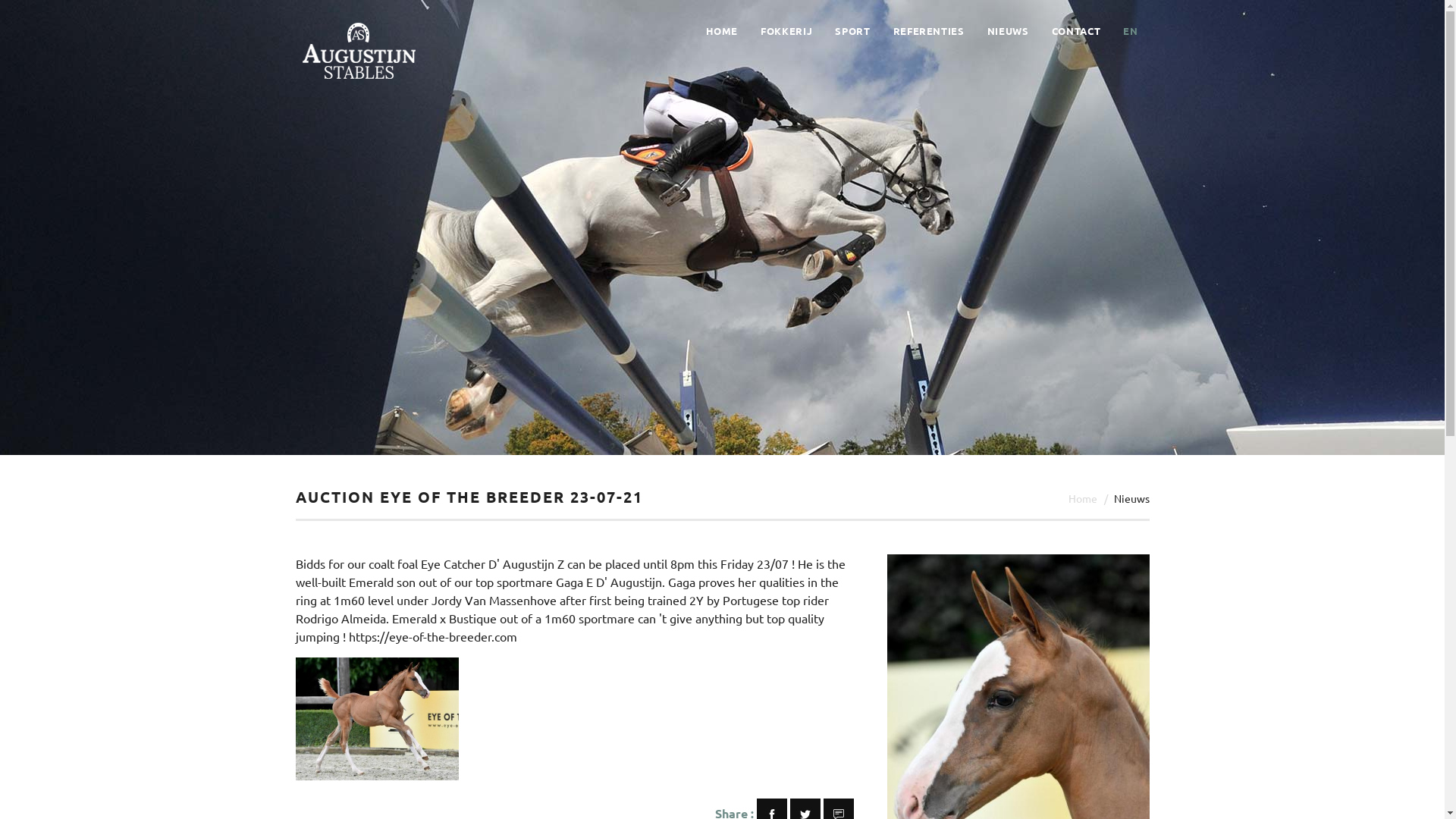 The width and height of the screenshot is (1456, 819). Describe the element at coordinates (720, 31) in the screenshot. I see `'HOME'` at that location.